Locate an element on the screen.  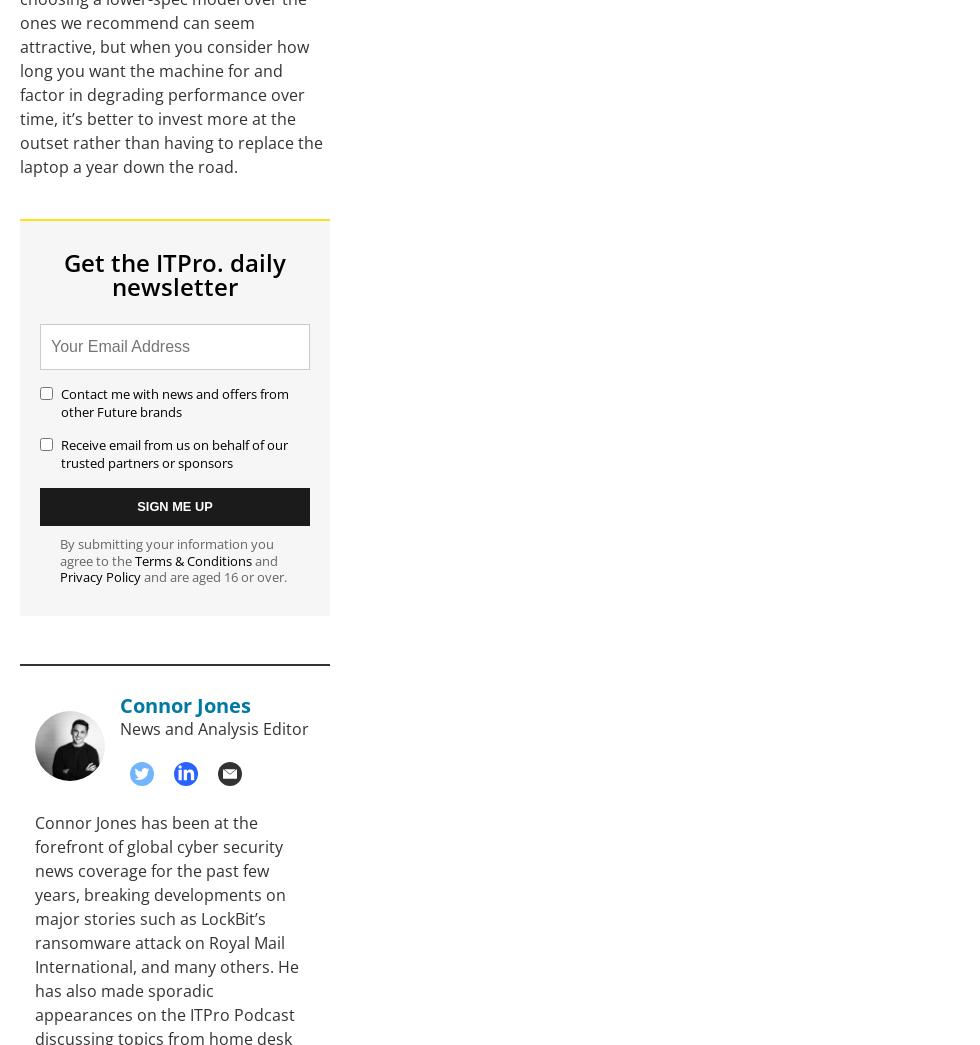
'Get the ITPro. daily newsletter' is located at coordinates (175, 272).